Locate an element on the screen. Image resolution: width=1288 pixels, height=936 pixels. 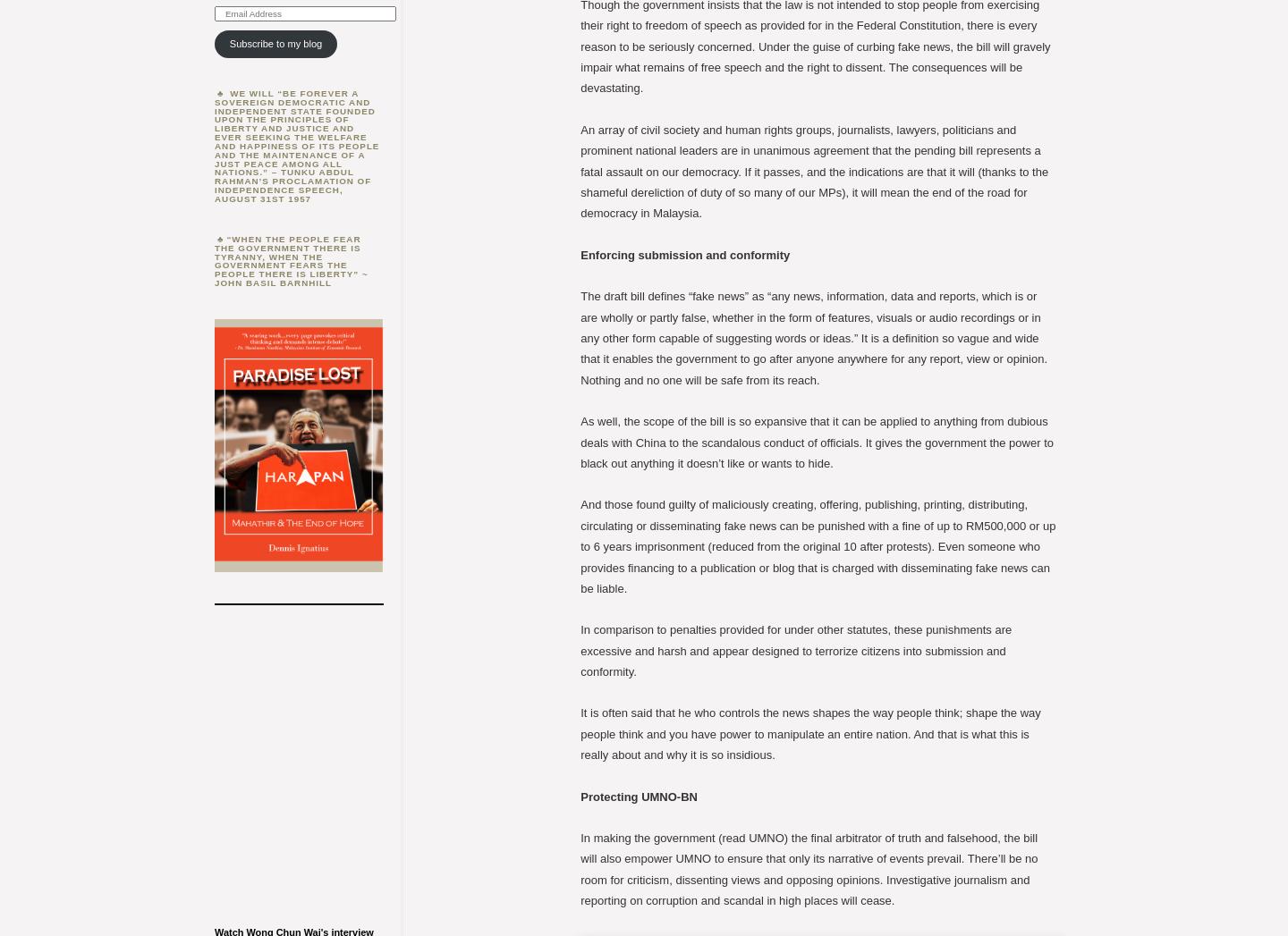
'As well, the scope of the bill is so expansive that it can be applied to anything from dubious deals with China to the scandalous conduct of officials. It gives the government the power to black out anything it doesn’t like or wants to hide.' is located at coordinates (816, 441).